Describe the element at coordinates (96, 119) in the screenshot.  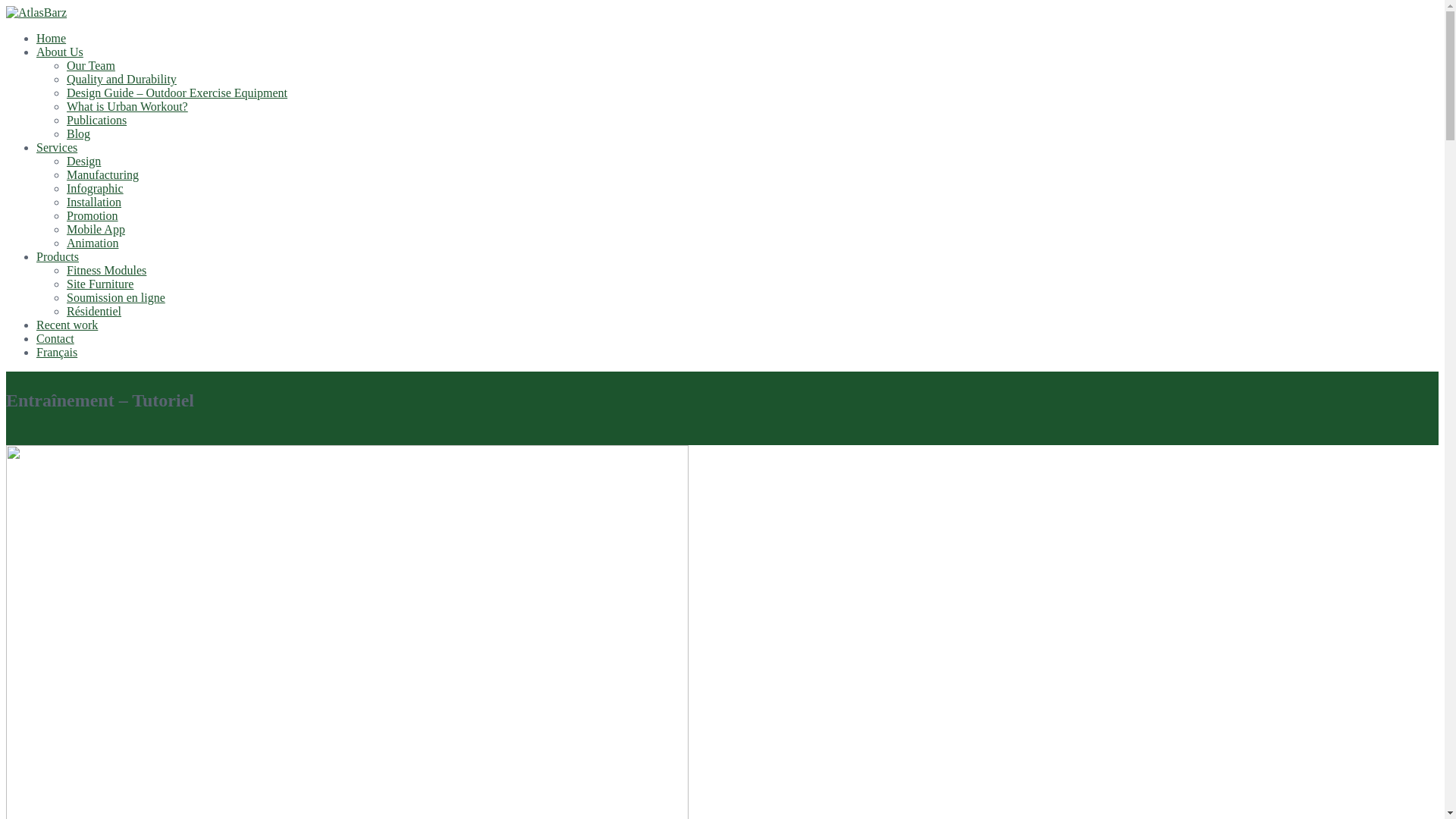
I see `'Publications'` at that location.